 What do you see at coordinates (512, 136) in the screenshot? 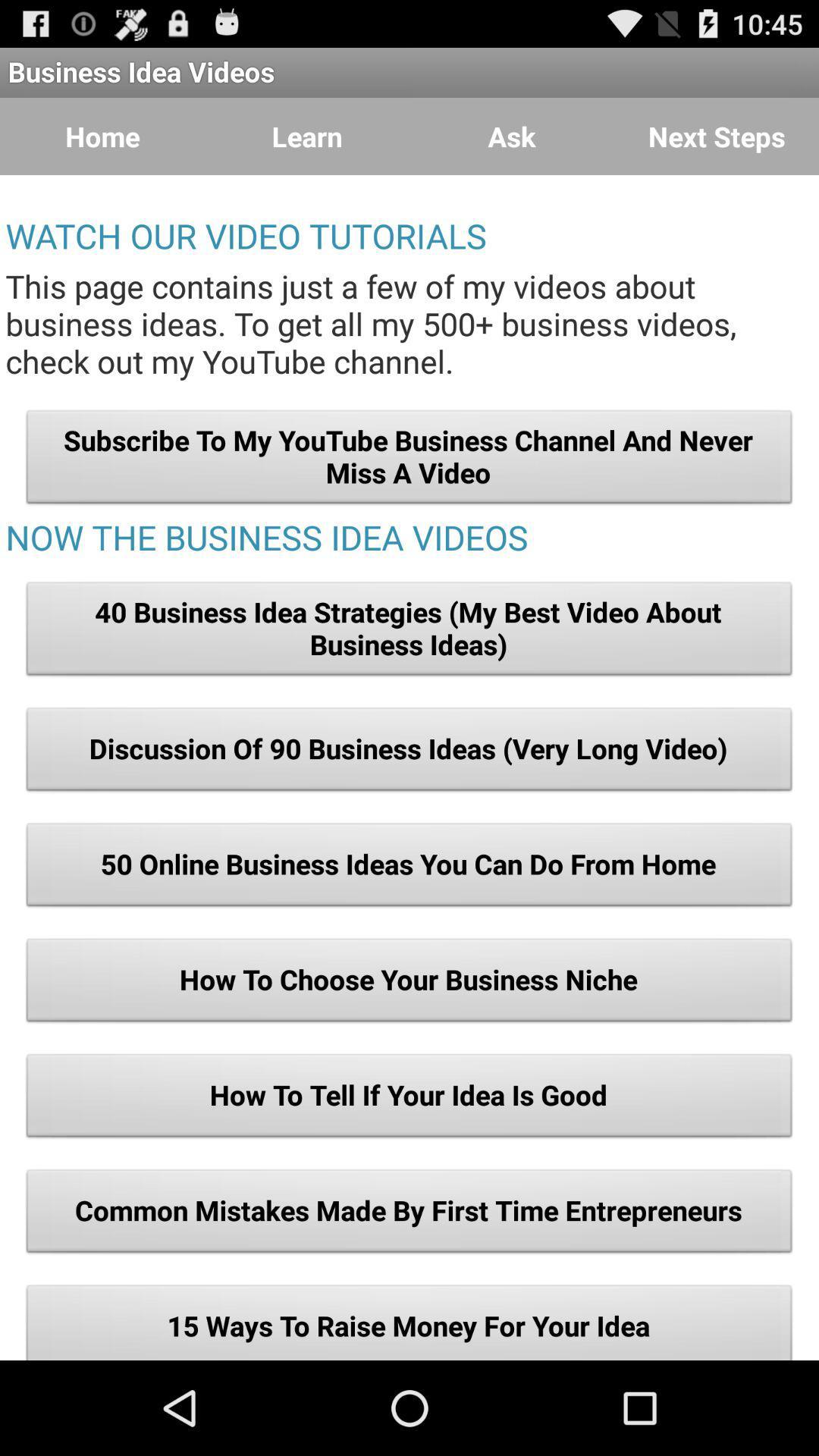
I see `ask` at bounding box center [512, 136].